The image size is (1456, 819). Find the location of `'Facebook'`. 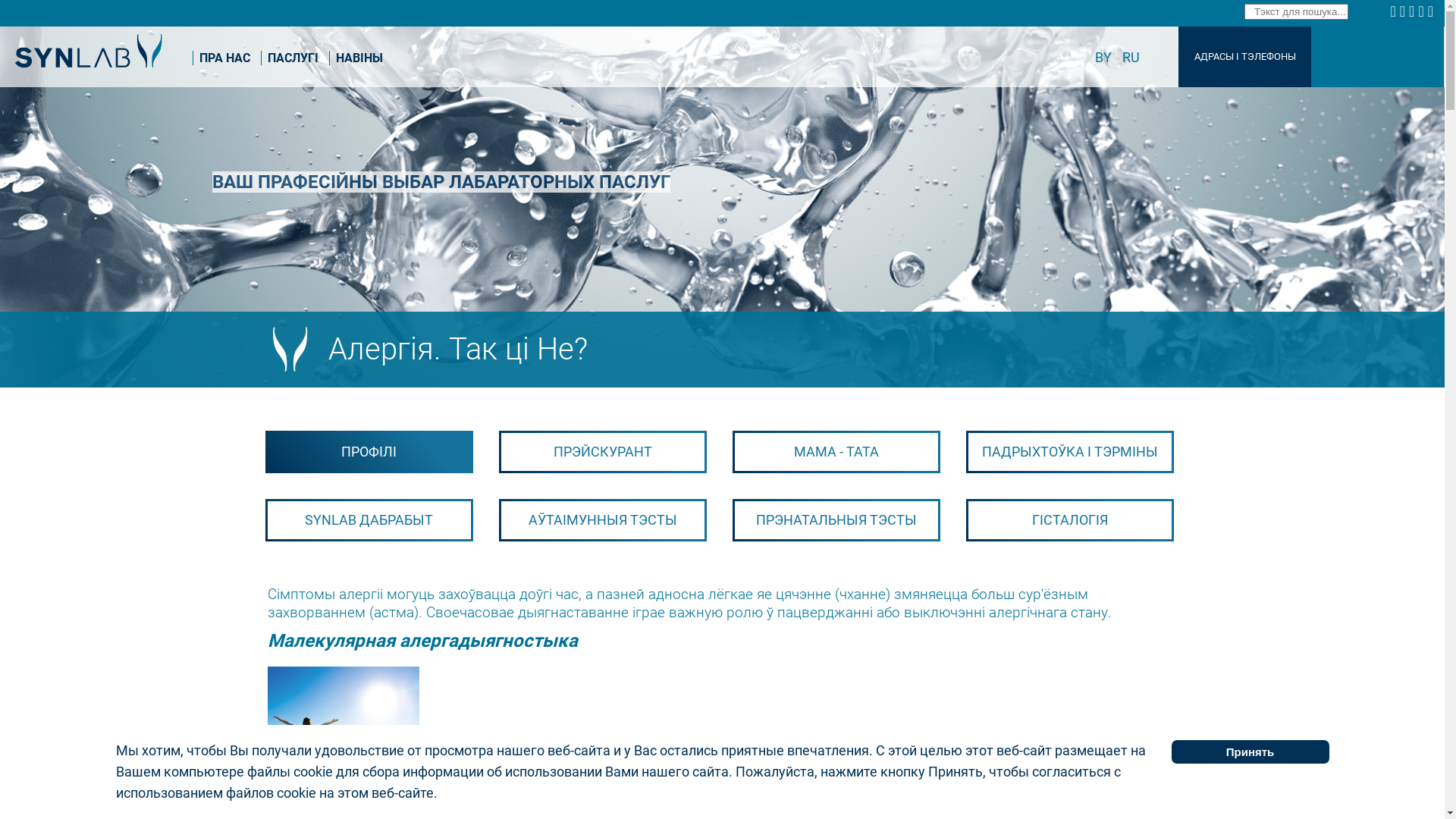

'Facebook' is located at coordinates (1394, 11).